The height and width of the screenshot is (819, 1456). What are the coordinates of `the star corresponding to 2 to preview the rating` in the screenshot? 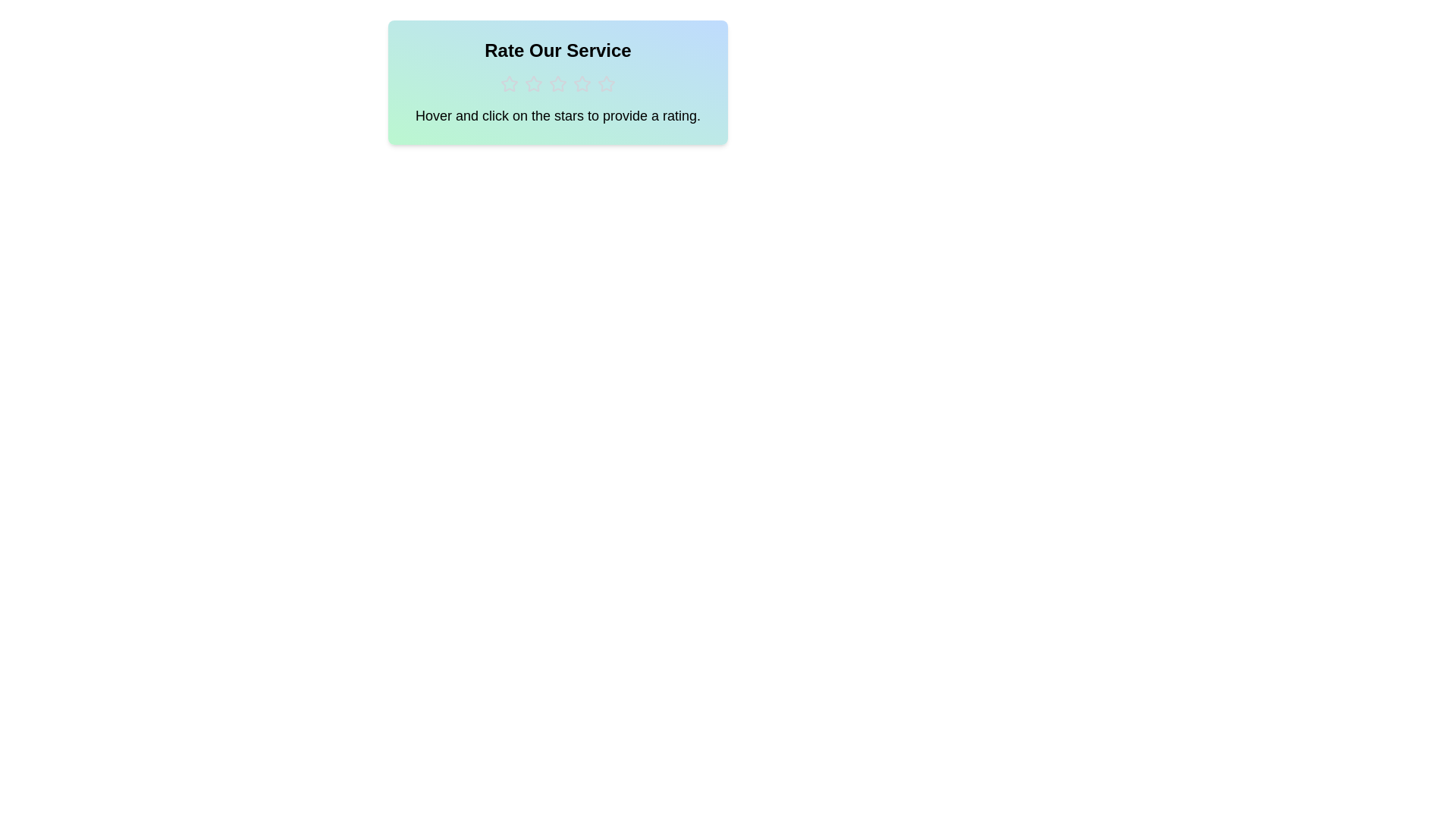 It's located at (534, 84).